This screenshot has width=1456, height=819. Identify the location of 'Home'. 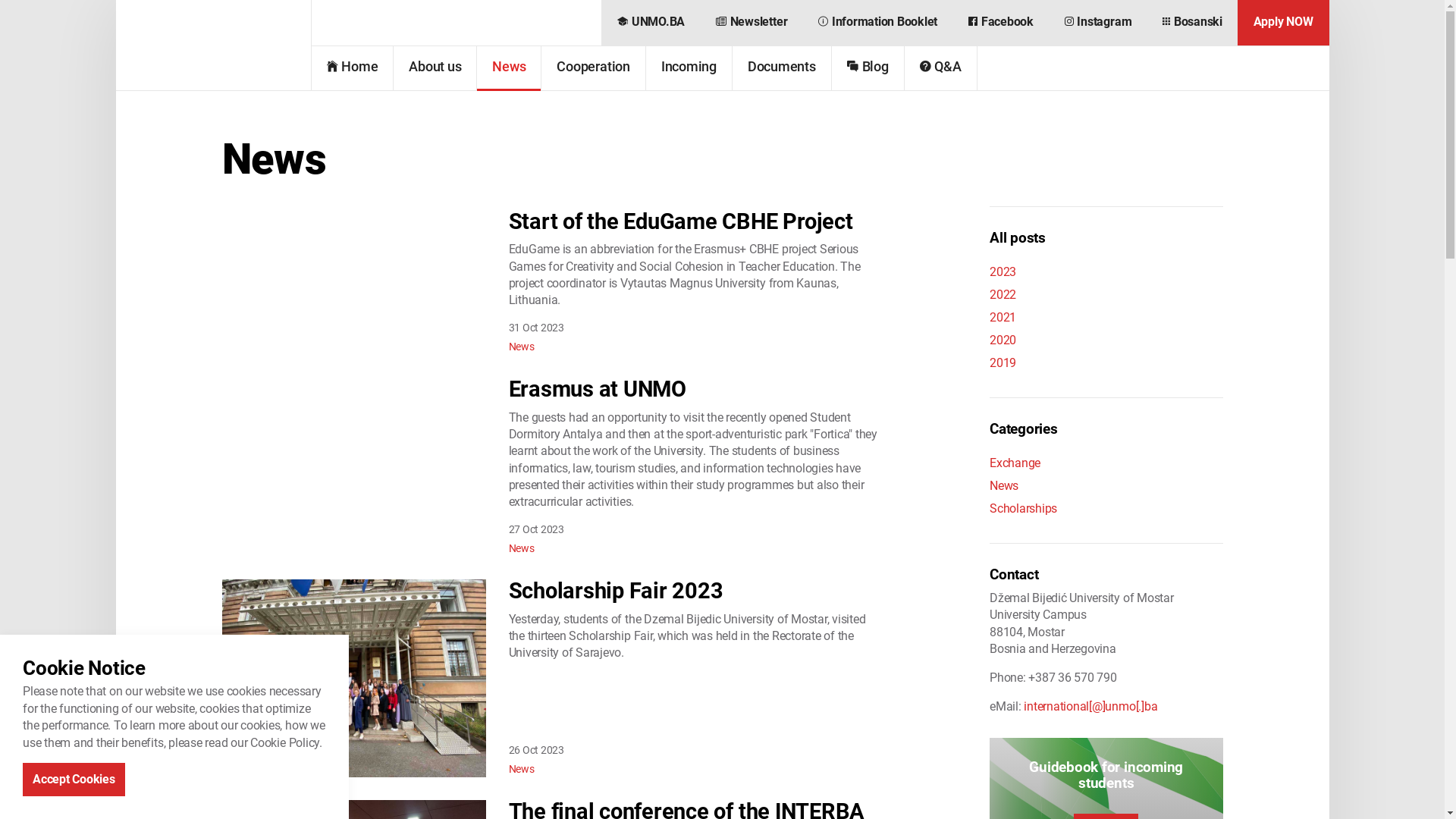
(351, 67).